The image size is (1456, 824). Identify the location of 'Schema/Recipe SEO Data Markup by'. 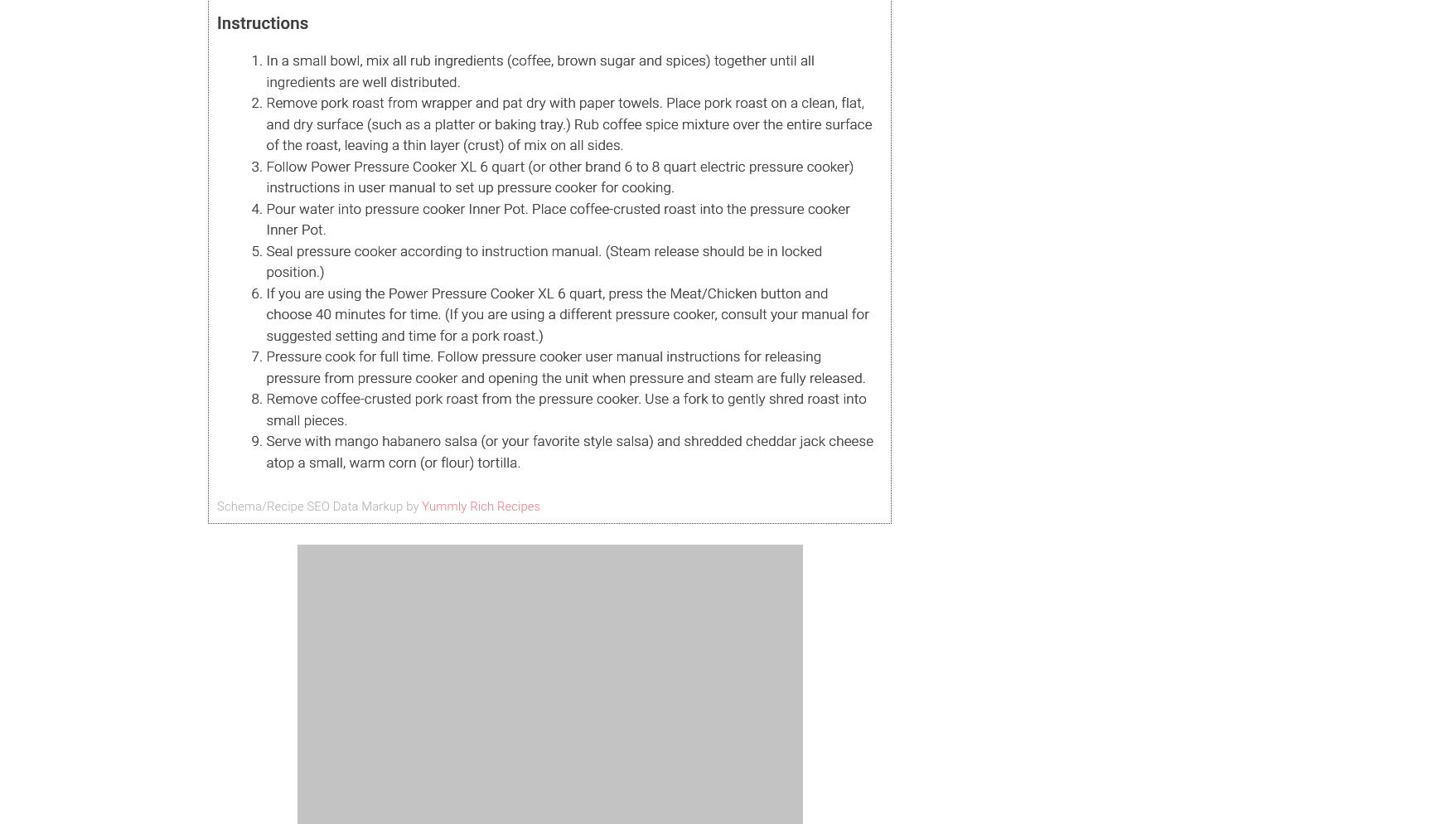
(318, 506).